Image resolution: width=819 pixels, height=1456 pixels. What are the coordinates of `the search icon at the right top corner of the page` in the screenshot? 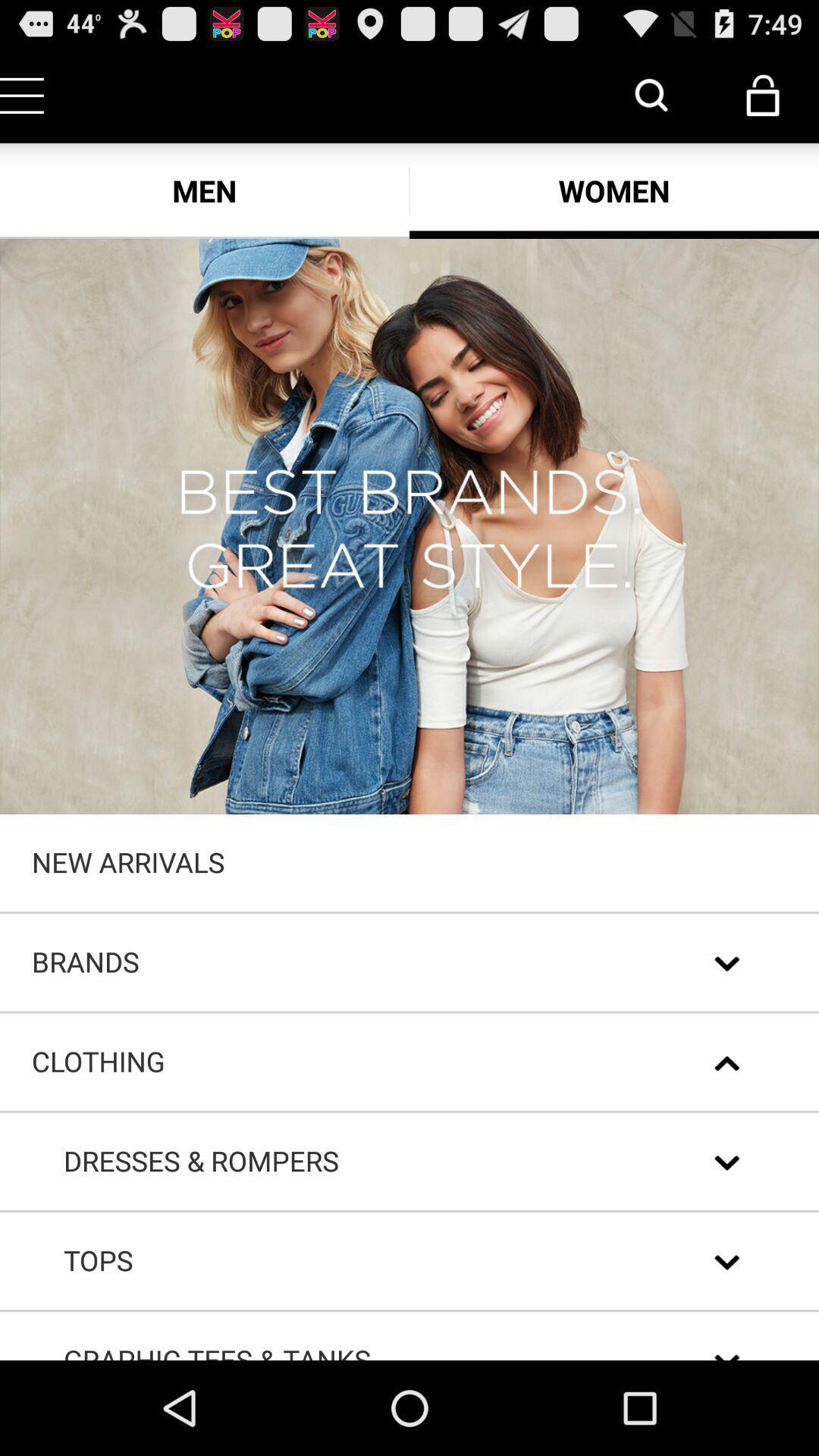 It's located at (651, 94).